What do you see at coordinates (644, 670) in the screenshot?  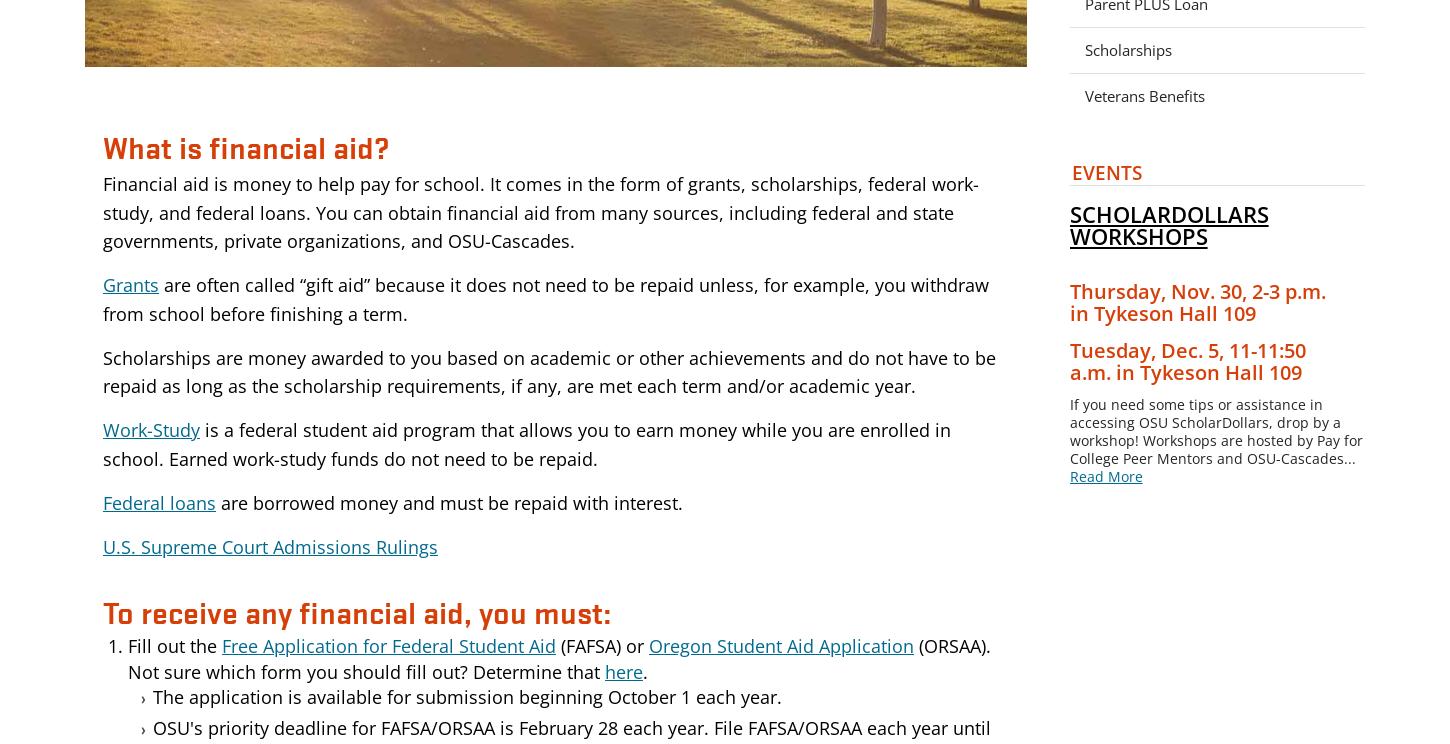 I see `'.'` at bounding box center [644, 670].